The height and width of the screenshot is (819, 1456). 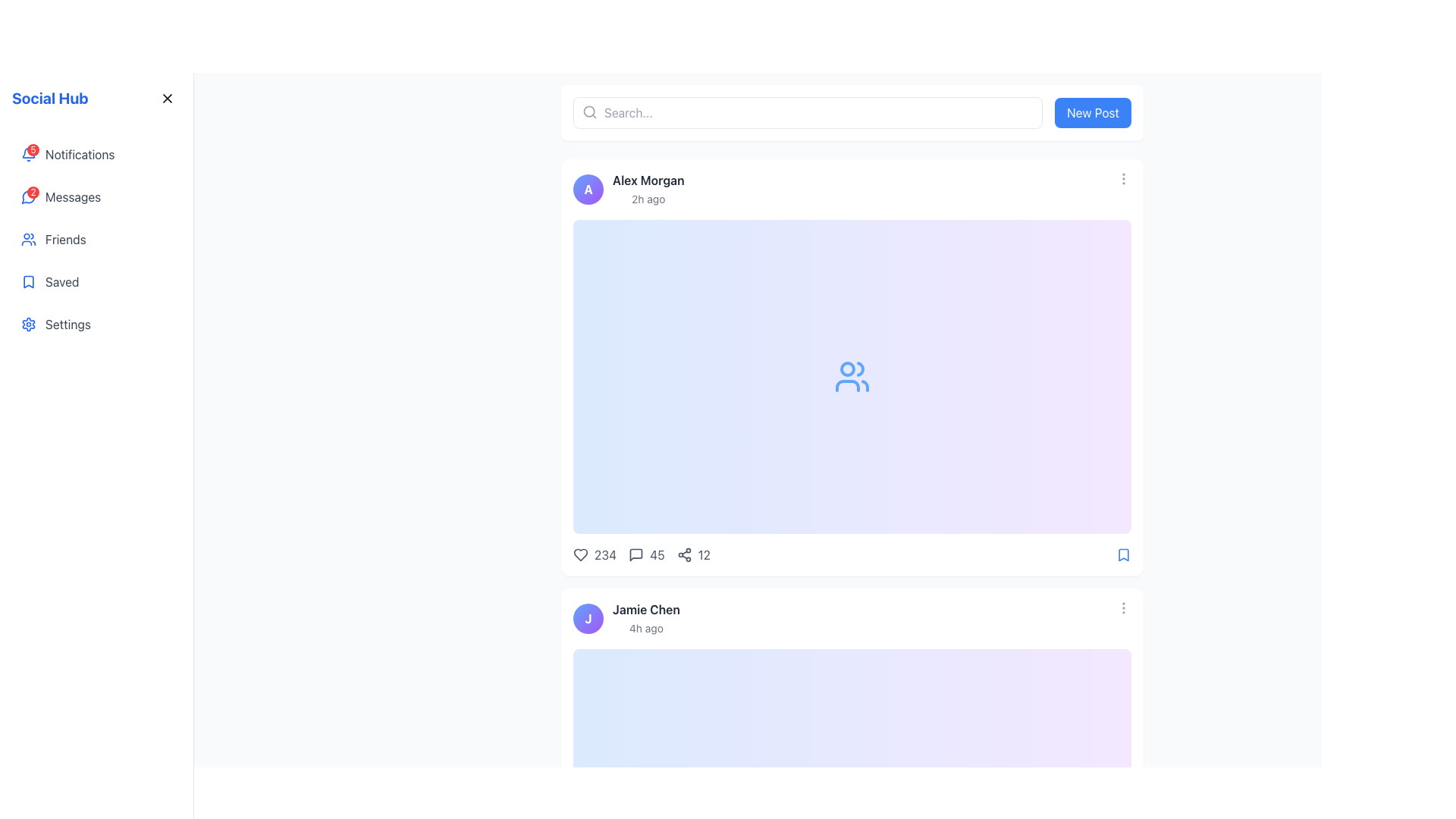 I want to click on the text that represents the share count, located to the right of the share icon at the bottom right area of the post card, so click(x=703, y=555).